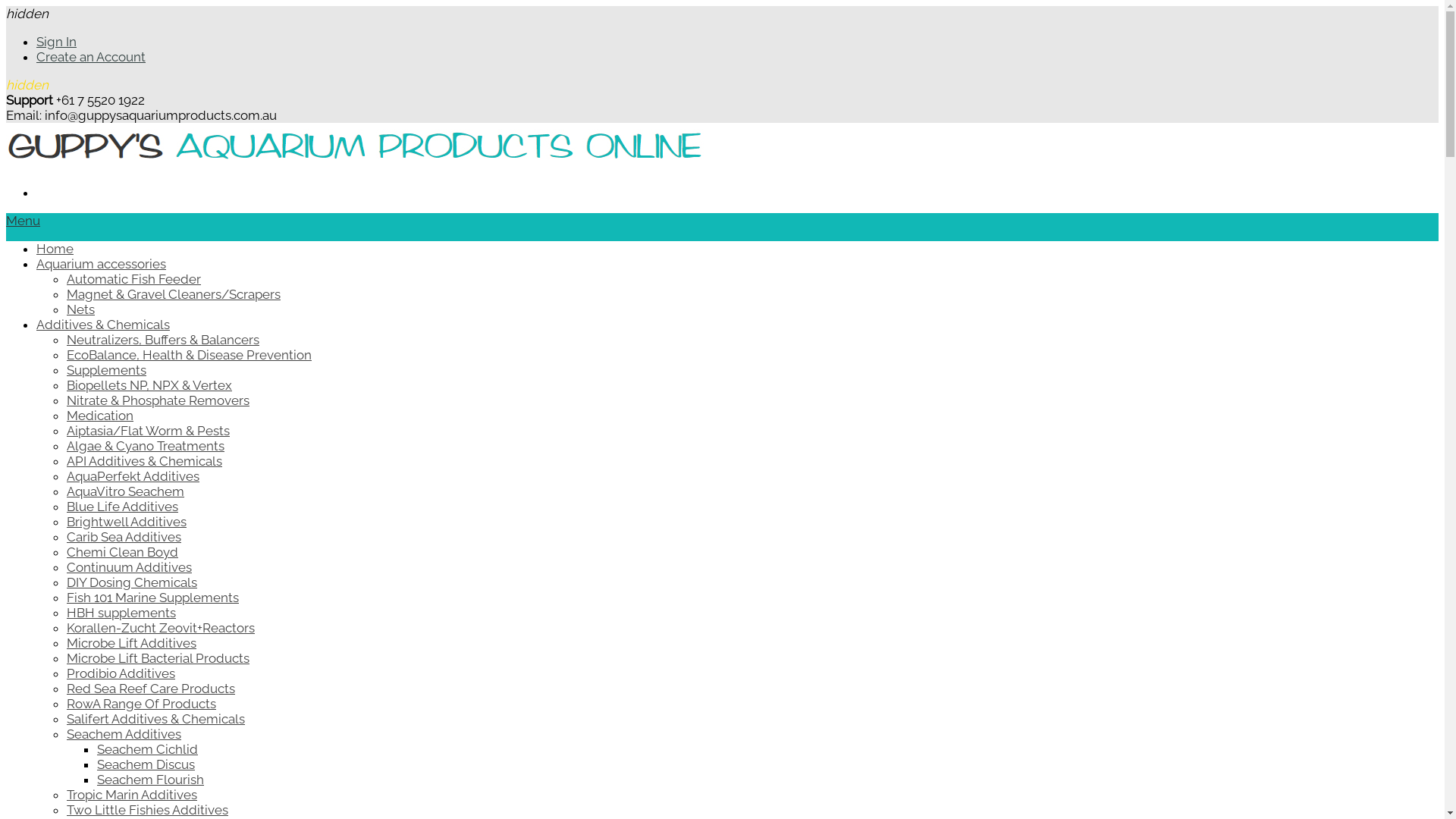  Describe the element at coordinates (55, 247) in the screenshot. I see `'Home'` at that location.